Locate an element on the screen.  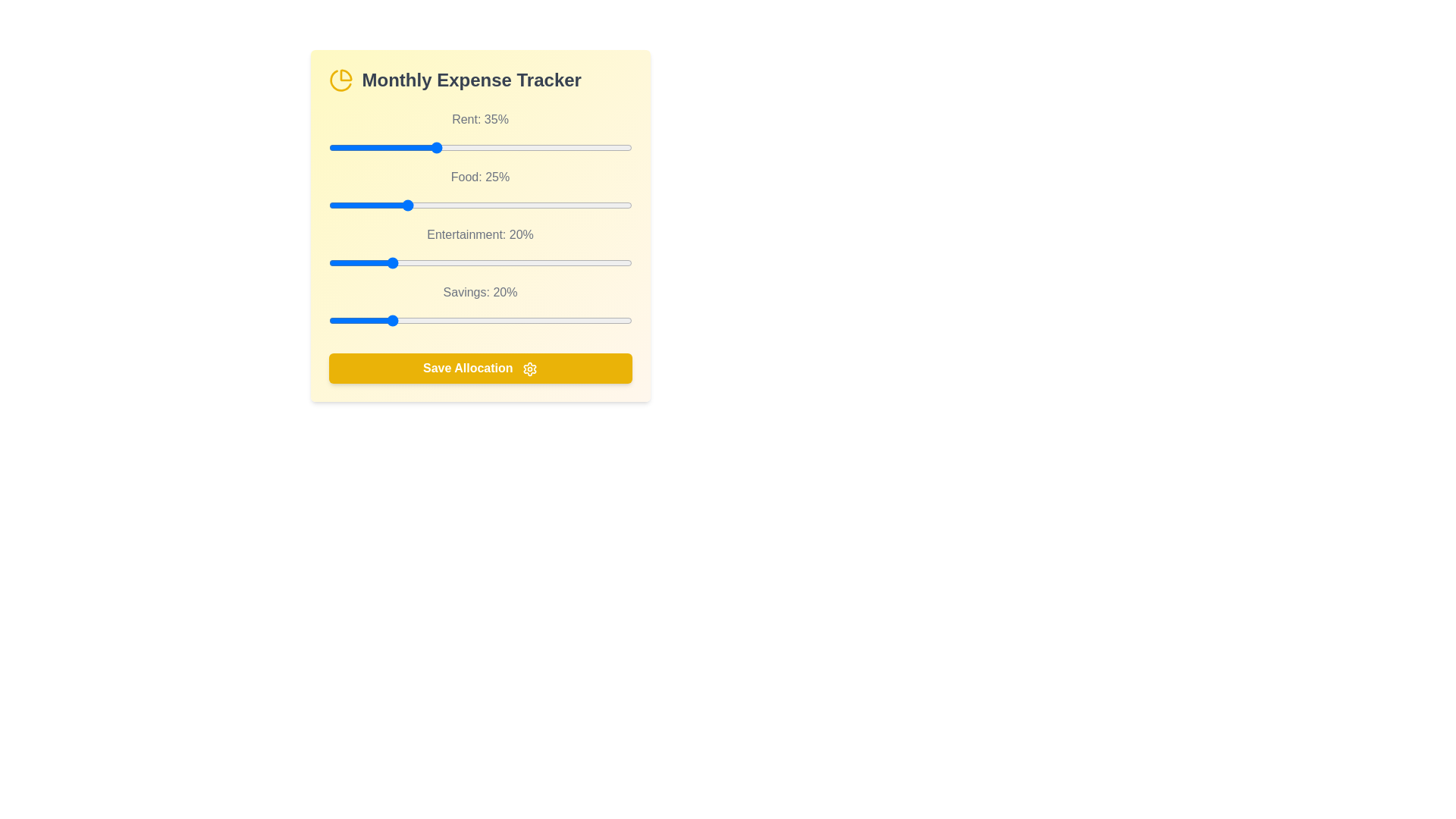
'Save Allocation' button is located at coordinates (479, 369).